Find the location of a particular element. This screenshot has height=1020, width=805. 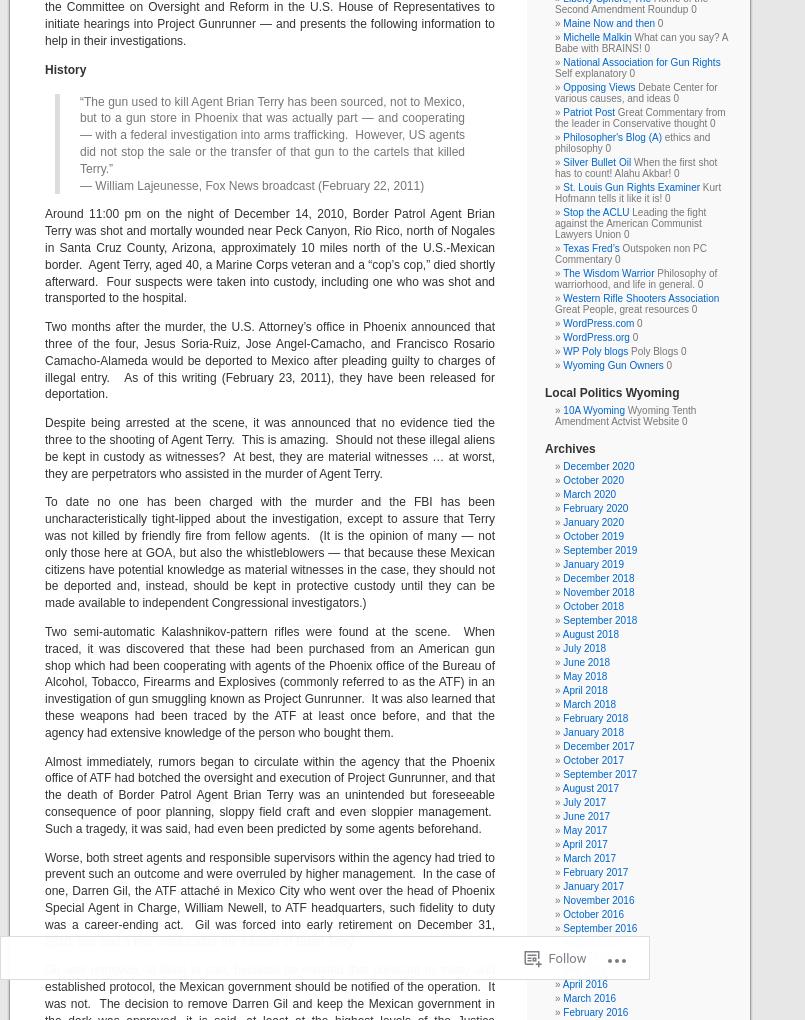

'January 2020' is located at coordinates (562, 521).